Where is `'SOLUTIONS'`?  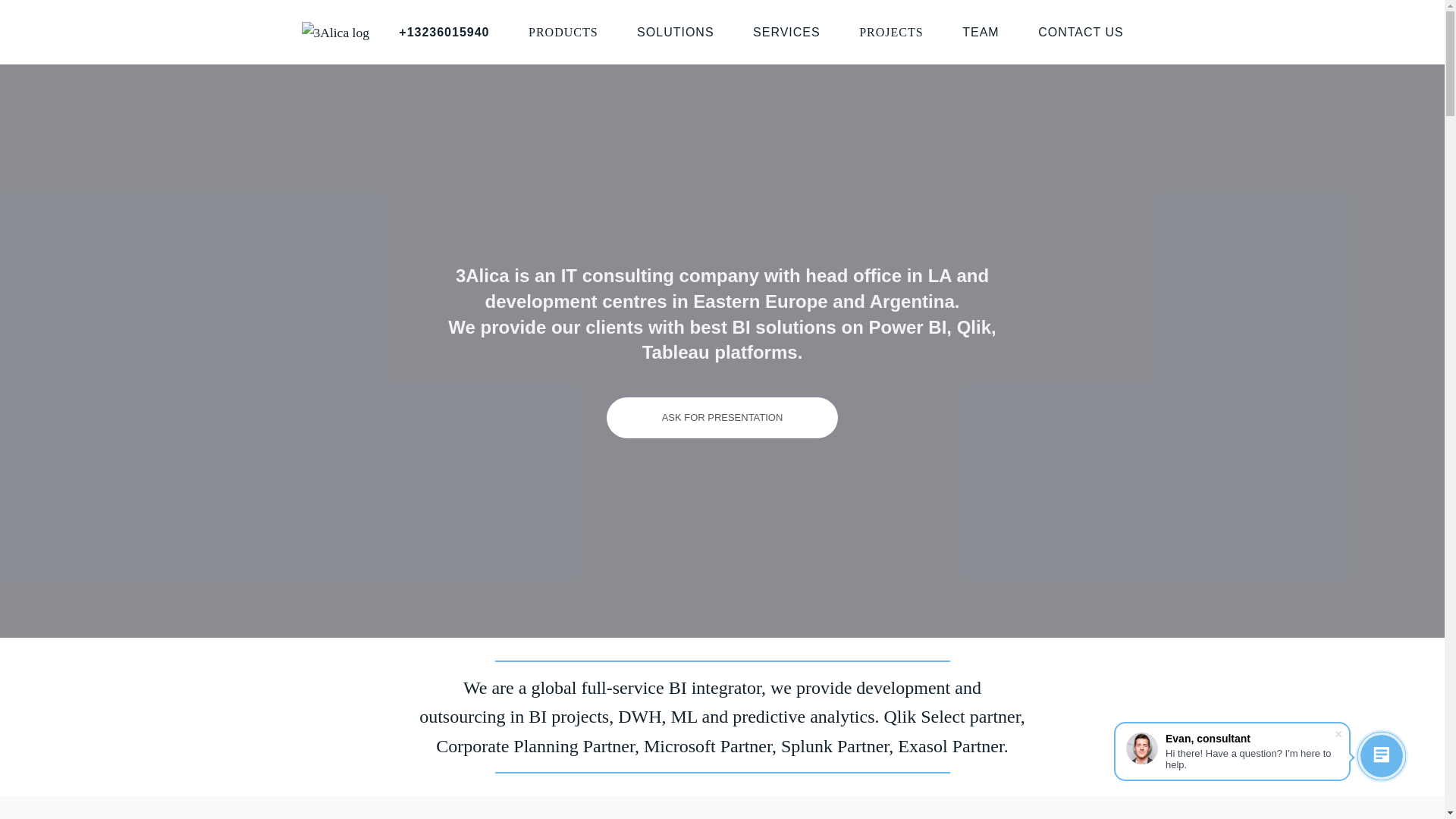
'SOLUTIONS' is located at coordinates (674, 32).